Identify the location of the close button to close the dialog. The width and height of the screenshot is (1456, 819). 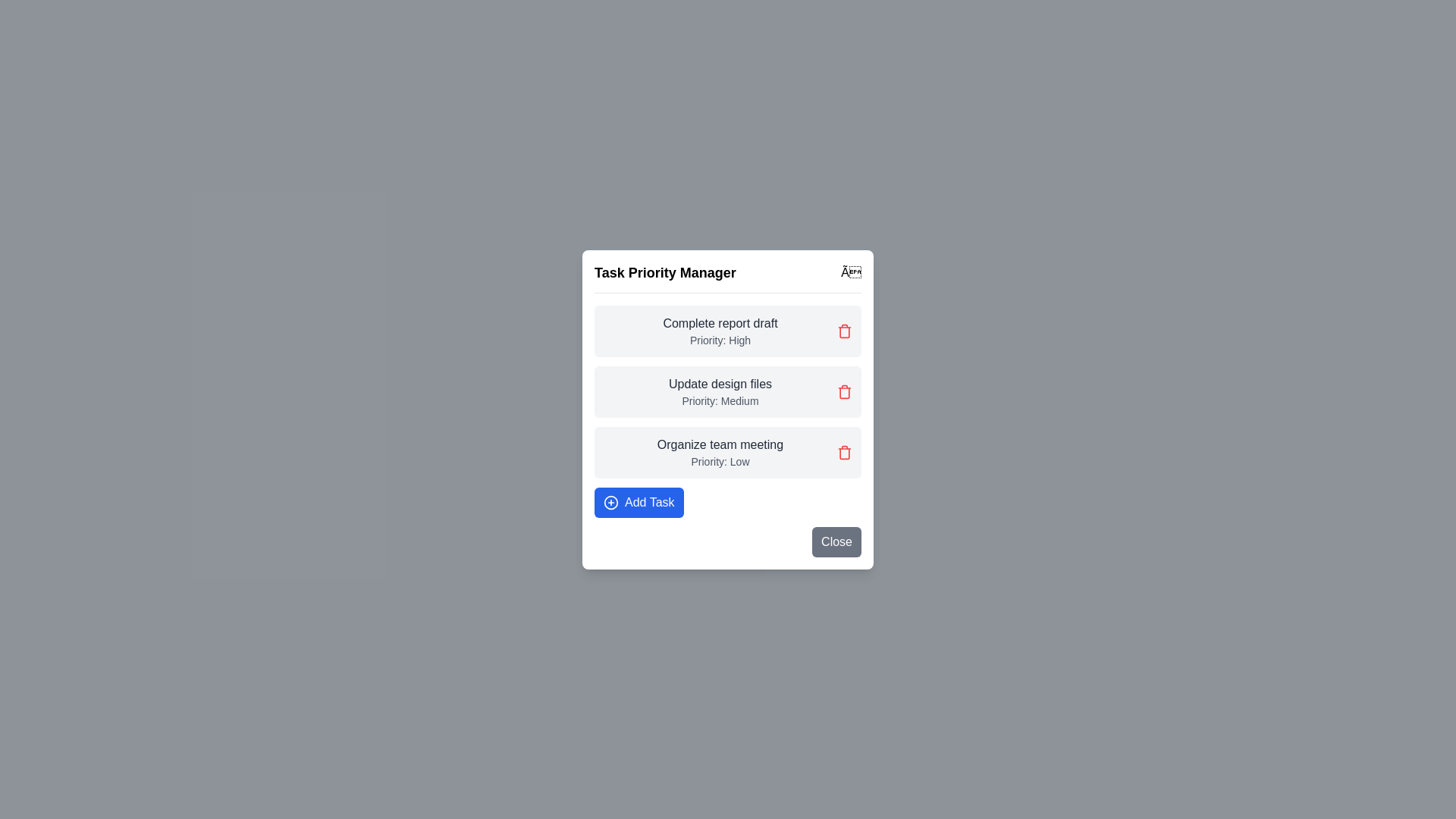
(851, 271).